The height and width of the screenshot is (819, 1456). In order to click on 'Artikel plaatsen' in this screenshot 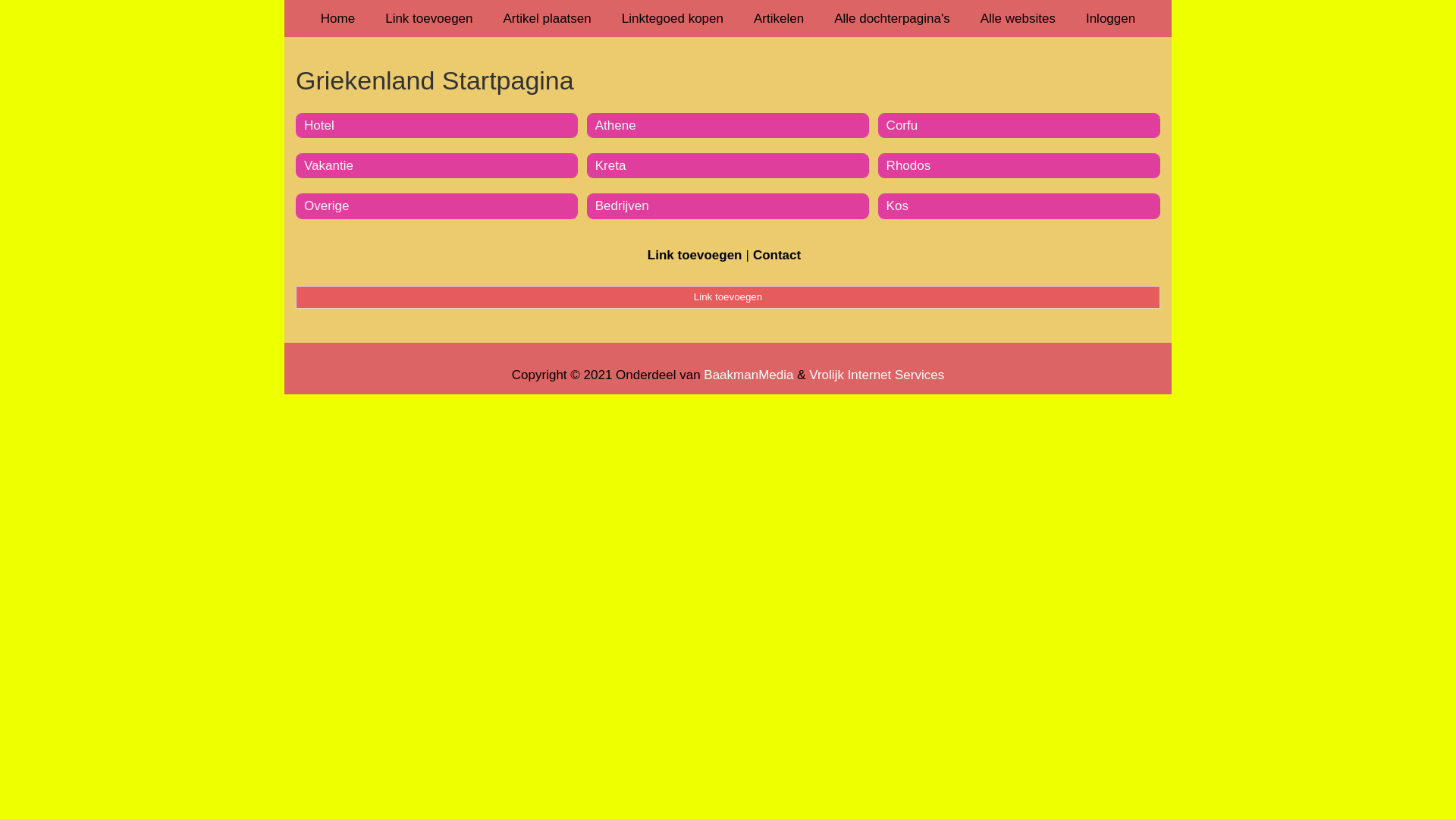, I will do `click(546, 18)`.